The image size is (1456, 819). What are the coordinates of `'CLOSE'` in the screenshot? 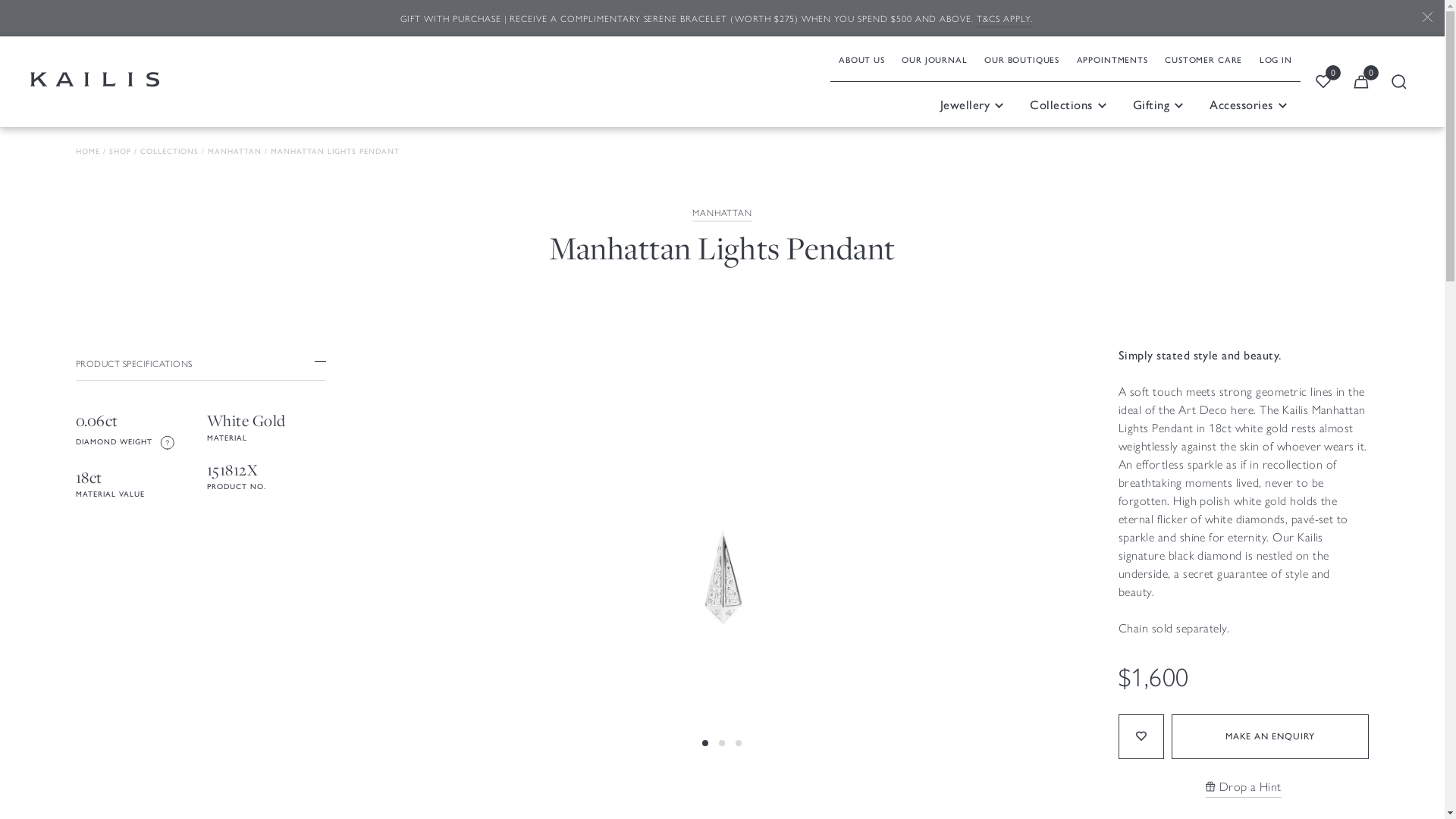 It's located at (1410, 18).